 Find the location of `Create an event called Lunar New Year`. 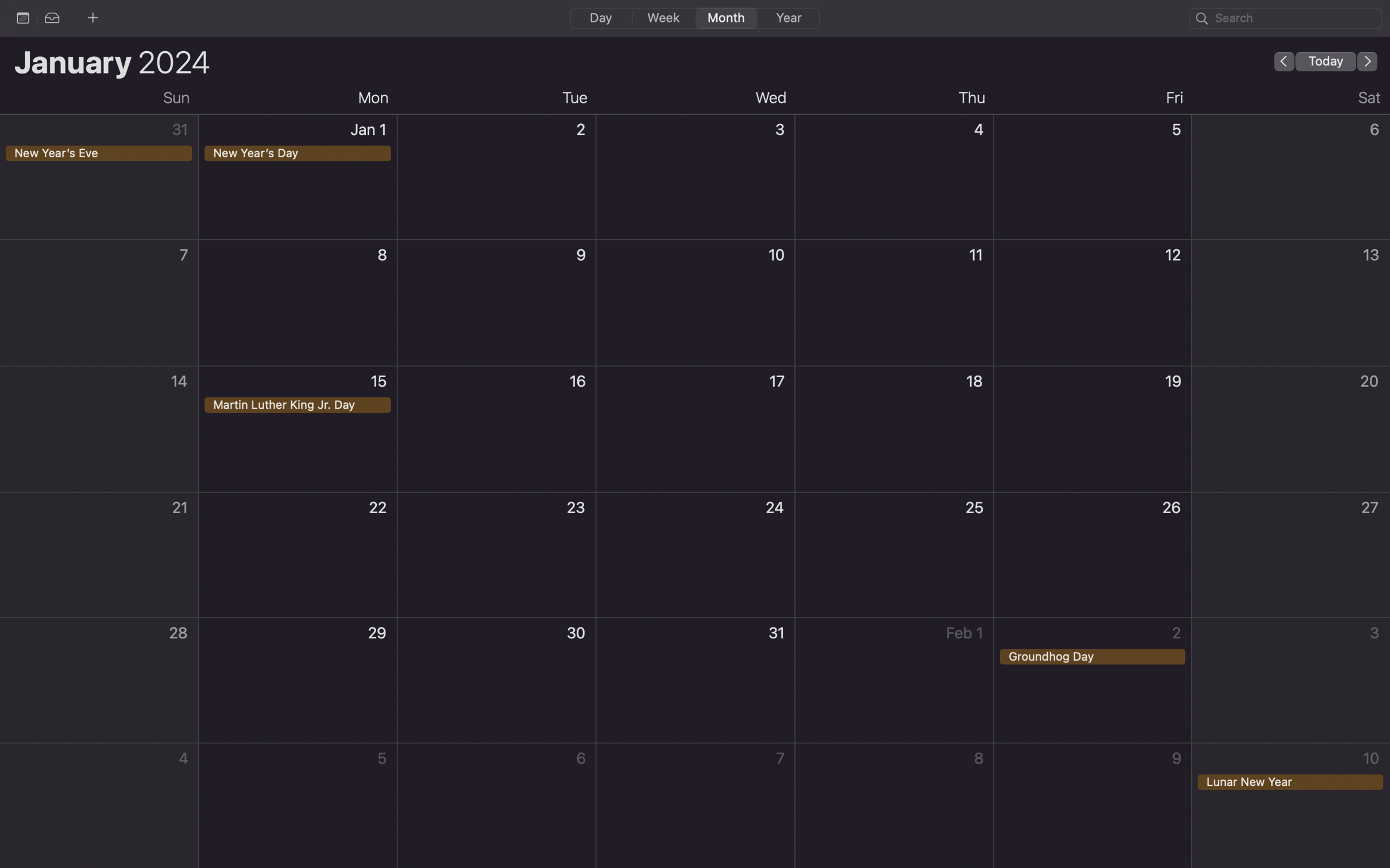

Create an event called Lunar New Year is located at coordinates (1291, 803).